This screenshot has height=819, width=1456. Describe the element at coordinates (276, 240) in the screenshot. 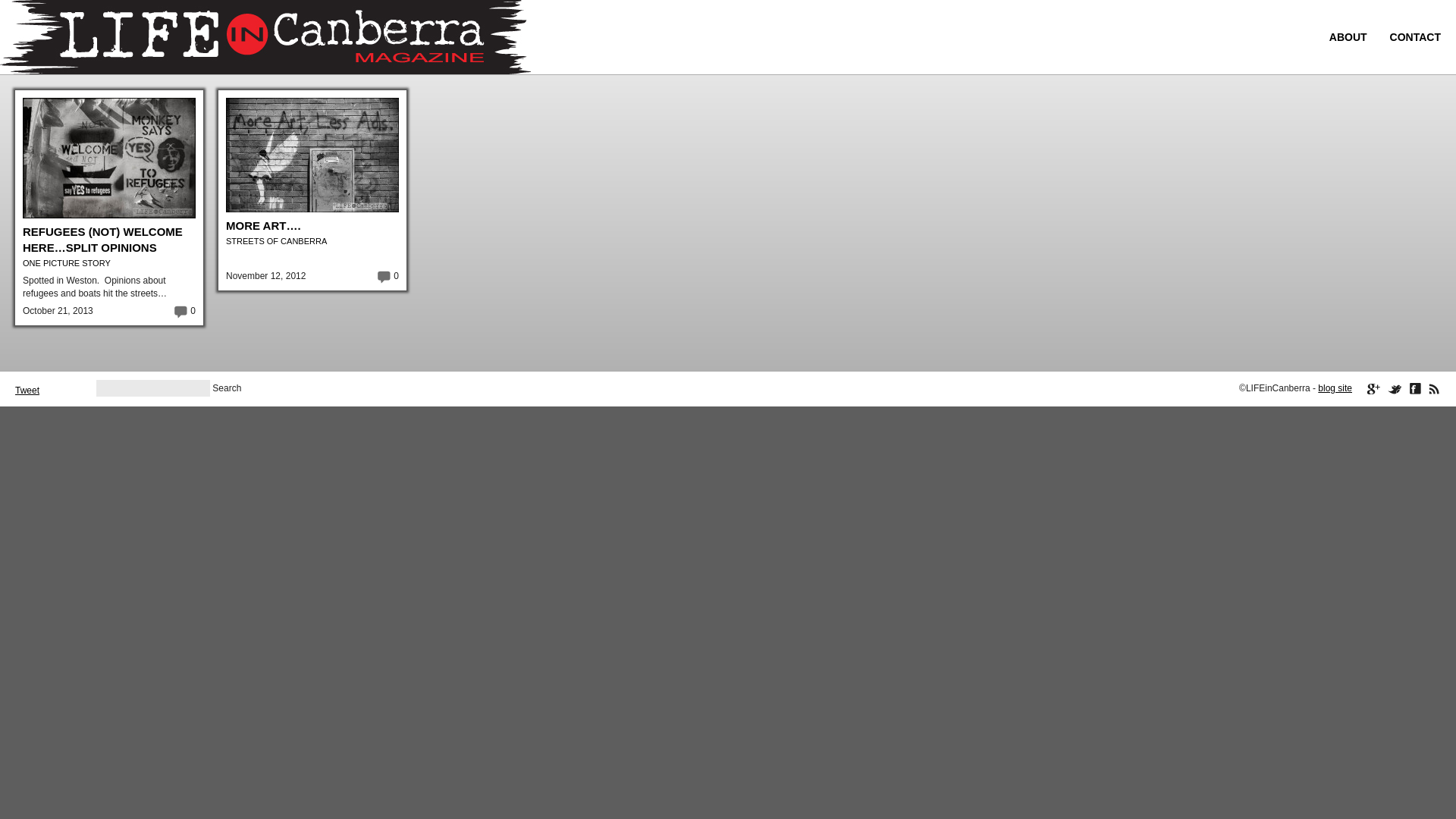

I see `'STREETS OF CANBERRA'` at that location.